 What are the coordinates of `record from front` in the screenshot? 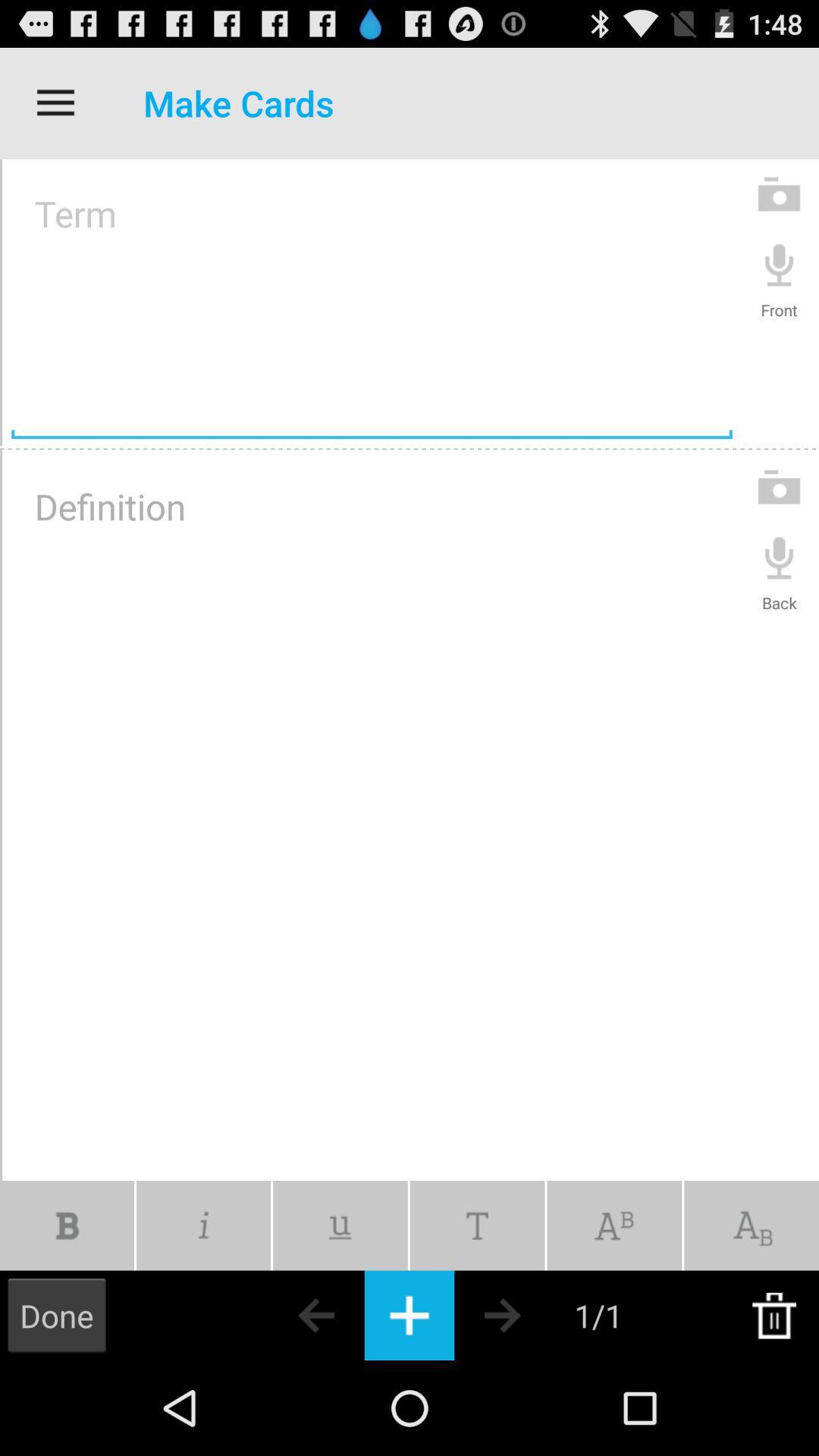 It's located at (779, 264).